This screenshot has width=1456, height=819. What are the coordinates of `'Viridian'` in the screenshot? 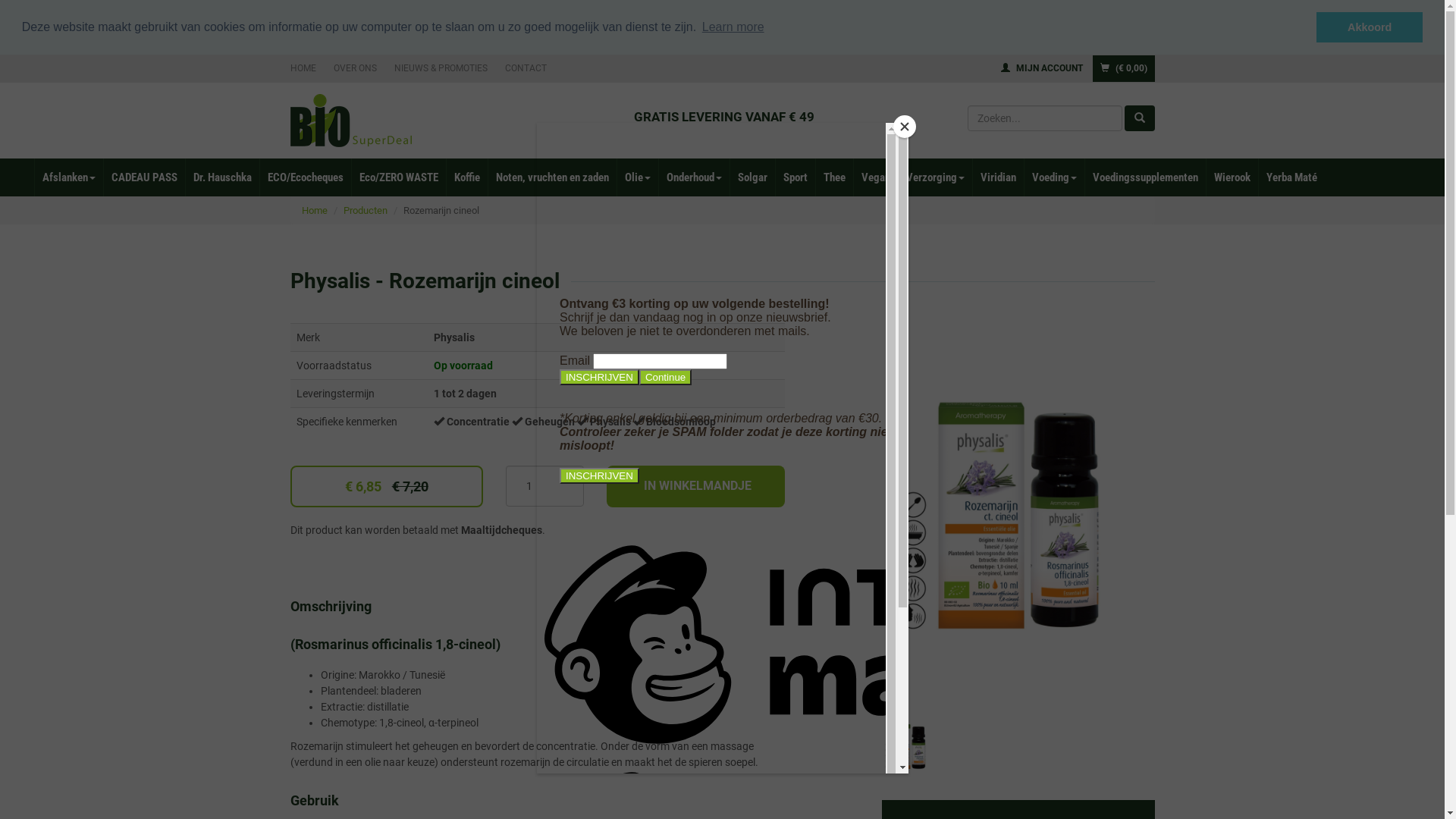 It's located at (997, 175).